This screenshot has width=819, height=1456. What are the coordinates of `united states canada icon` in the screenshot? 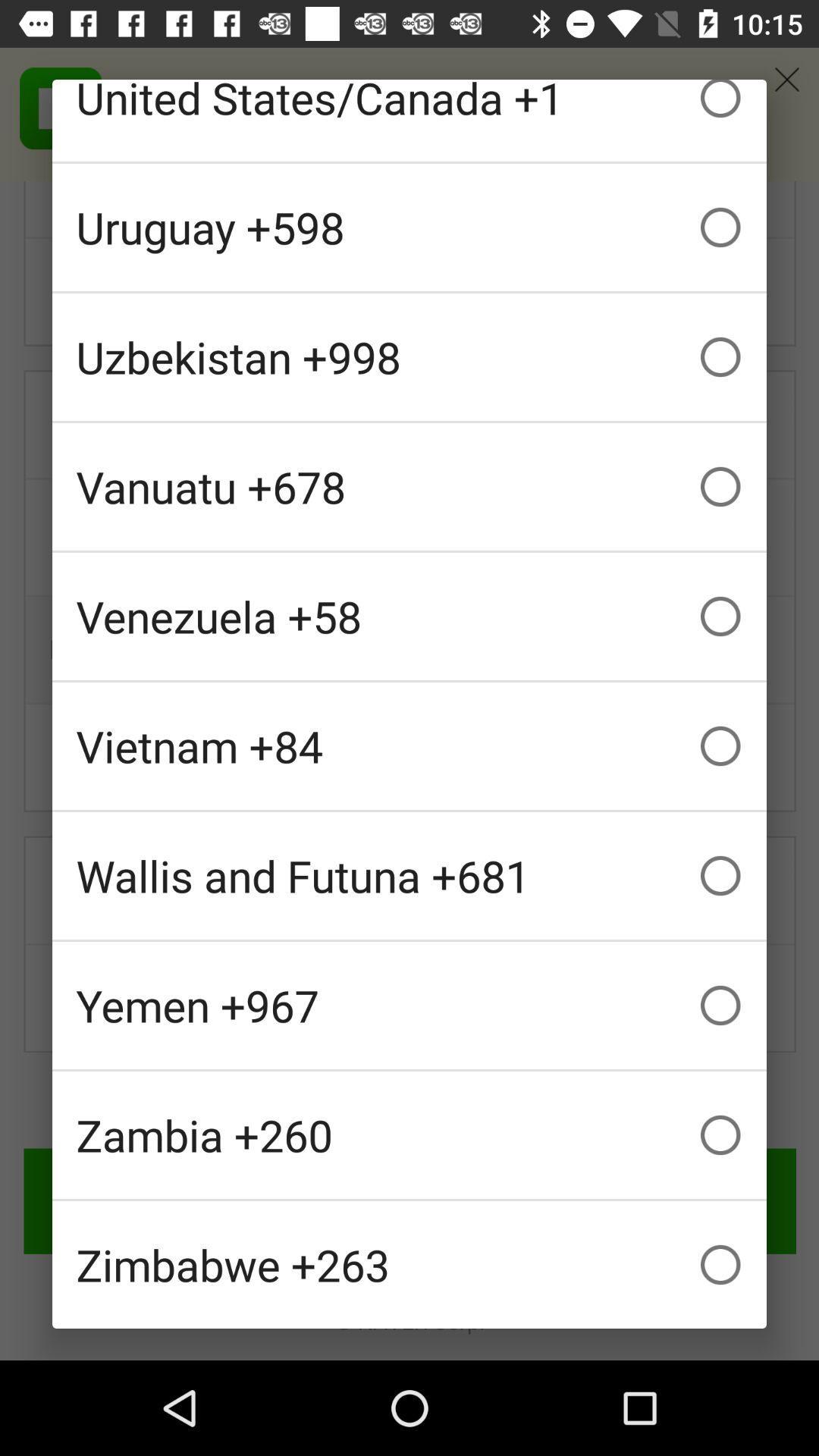 It's located at (409, 119).